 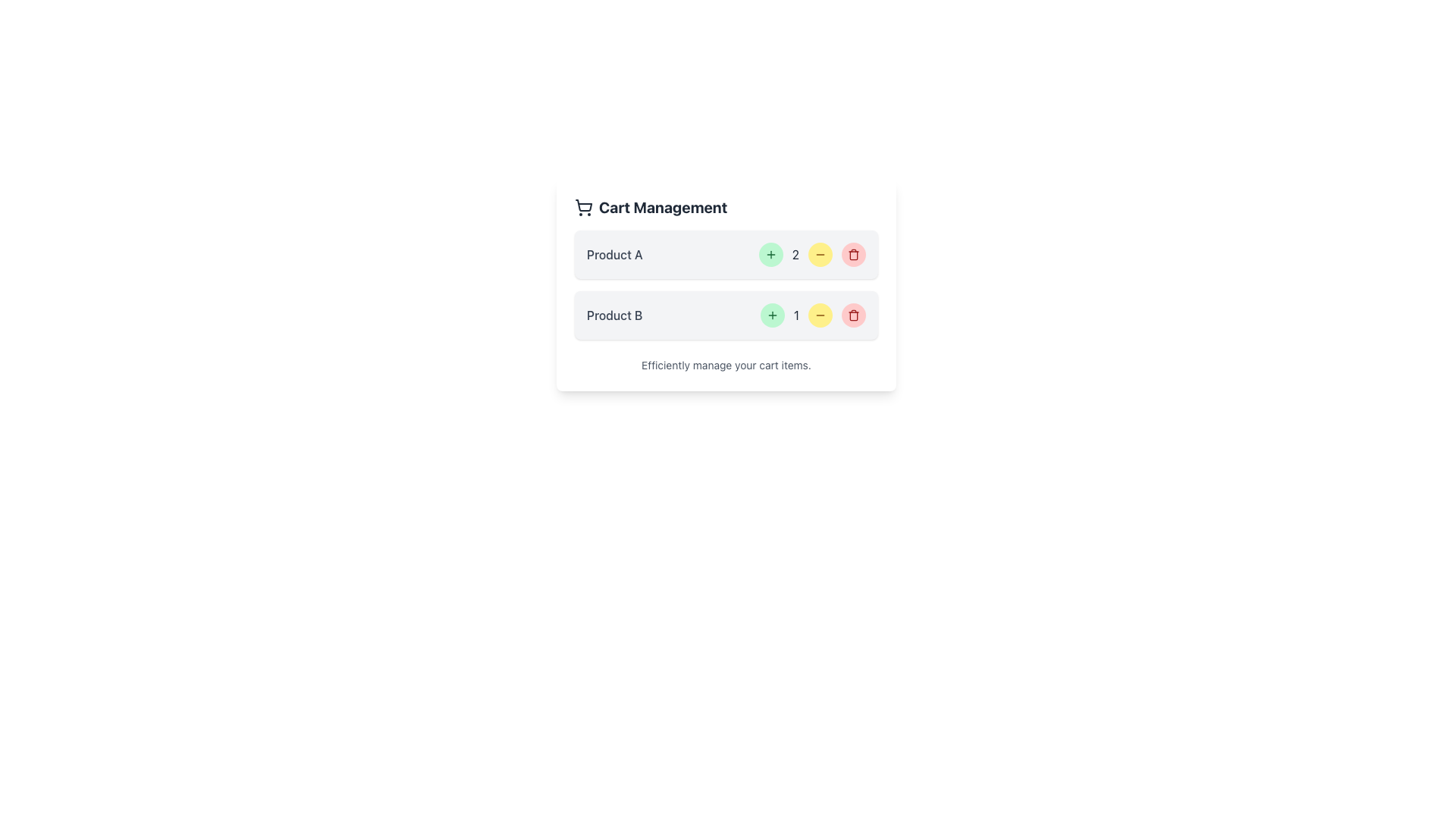 What do you see at coordinates (795, 253) in the screenshot?
I see `the text display that shows the current count or quantity associated with an item, positioned centrally between the green plus button and the yellow minus button` at bounding box center [795, 253].